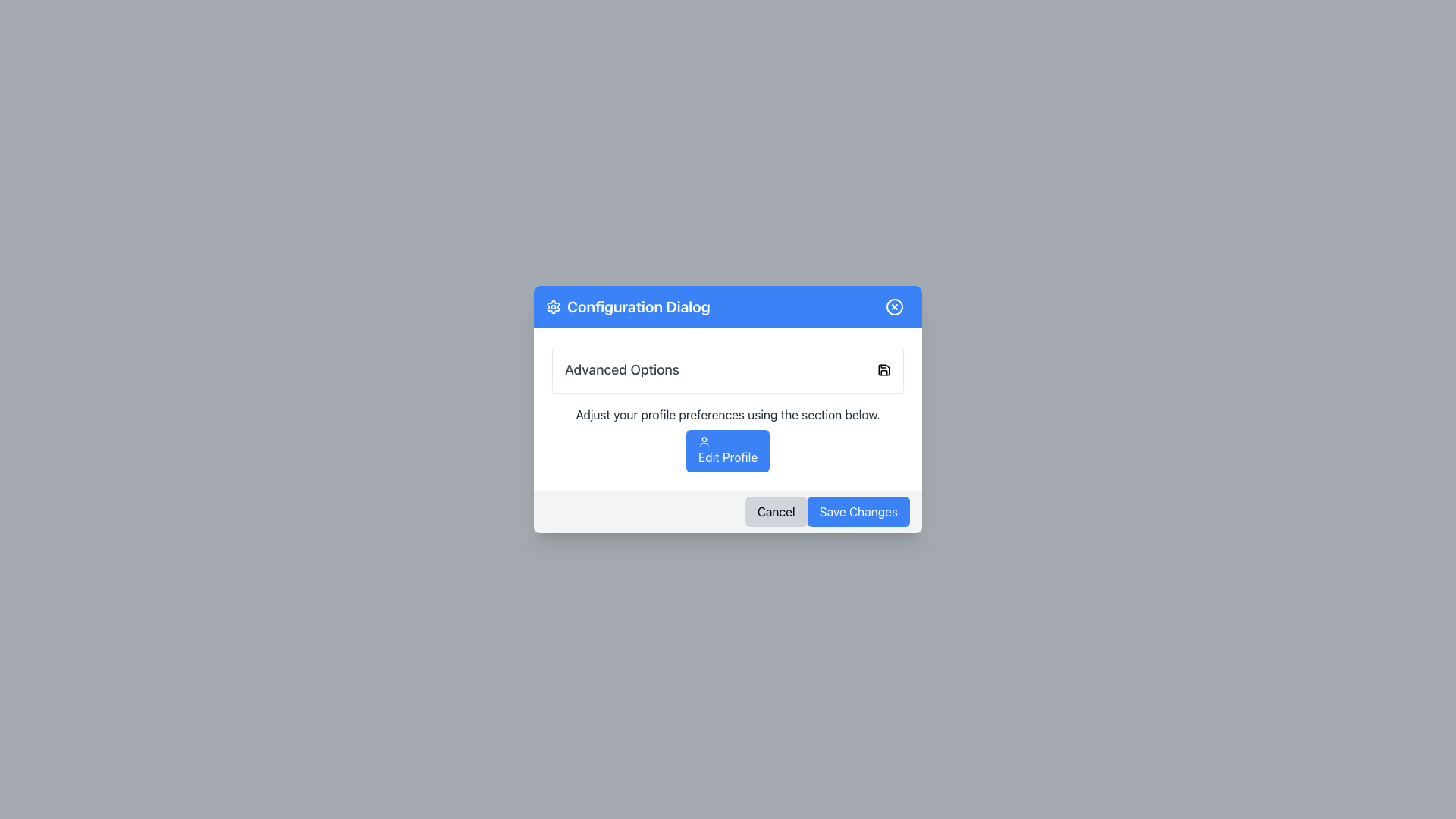 The width and height of the screenshot is (1456, 819). Describe the element at coordinates (895, 307) in the screenshot. I see `the close icon button located in the top-right corner of the blue header of the 'Configuration Dialog'` at that location.